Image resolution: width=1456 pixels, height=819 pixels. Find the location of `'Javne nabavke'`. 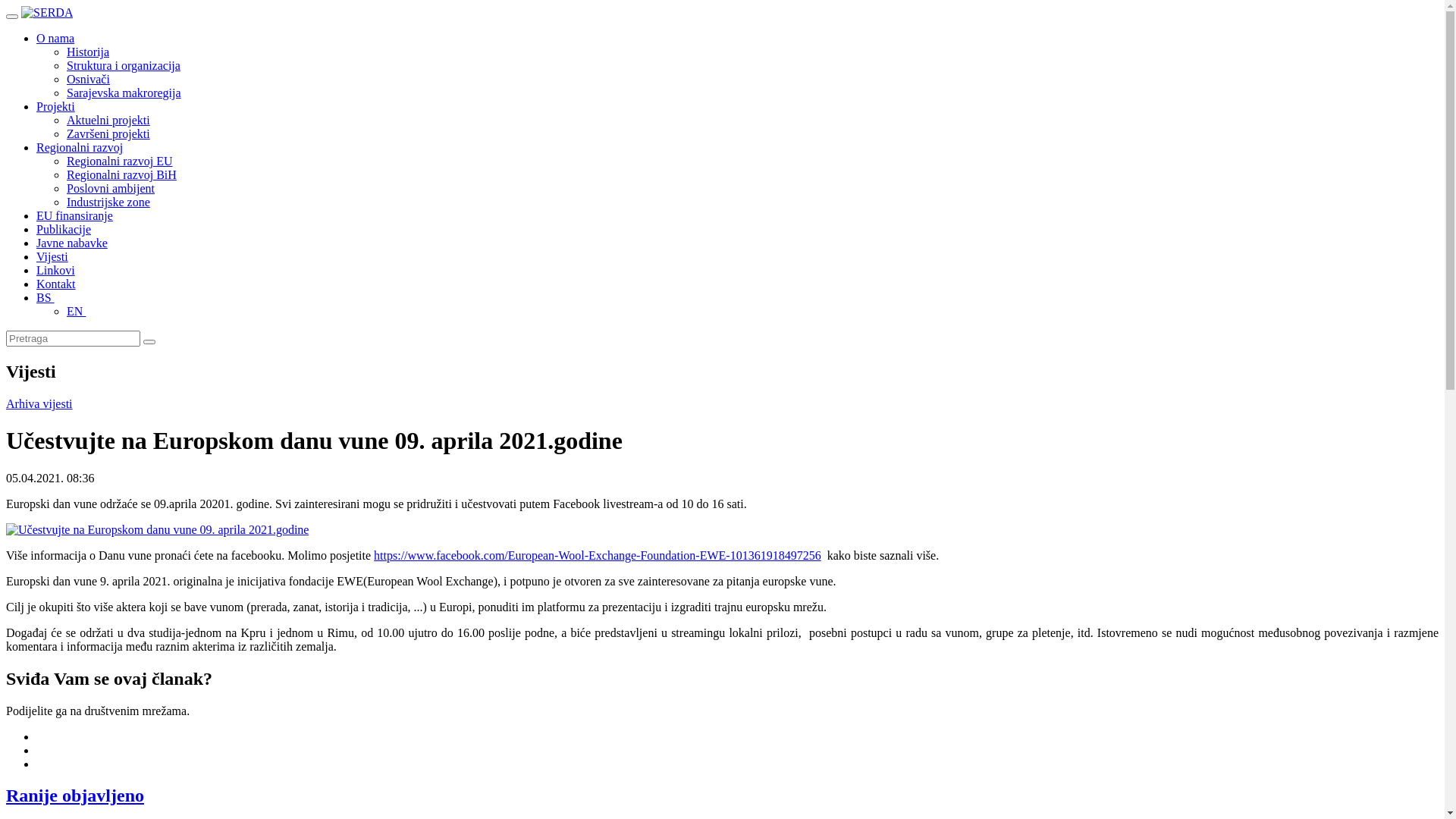

'Javne nabavke' is located at coordinates (71, 242).